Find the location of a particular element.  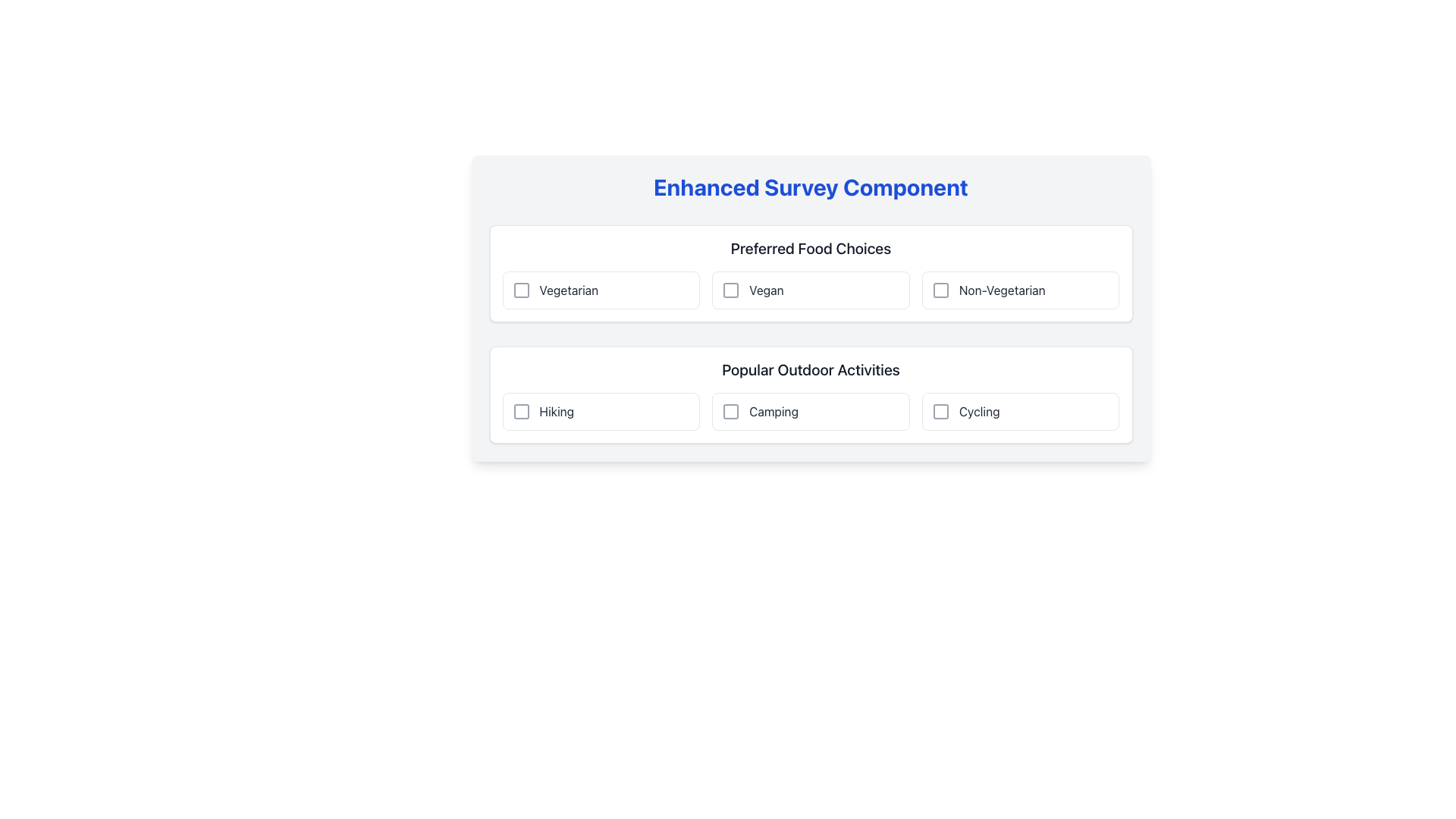

the 'Vegan' label indicating the checkbox for food choices in the 'Preferred Food Choices' group, positioned between 'Vegetarian' and 'Non-Vegetarian' is located at coordinates (766, 290).